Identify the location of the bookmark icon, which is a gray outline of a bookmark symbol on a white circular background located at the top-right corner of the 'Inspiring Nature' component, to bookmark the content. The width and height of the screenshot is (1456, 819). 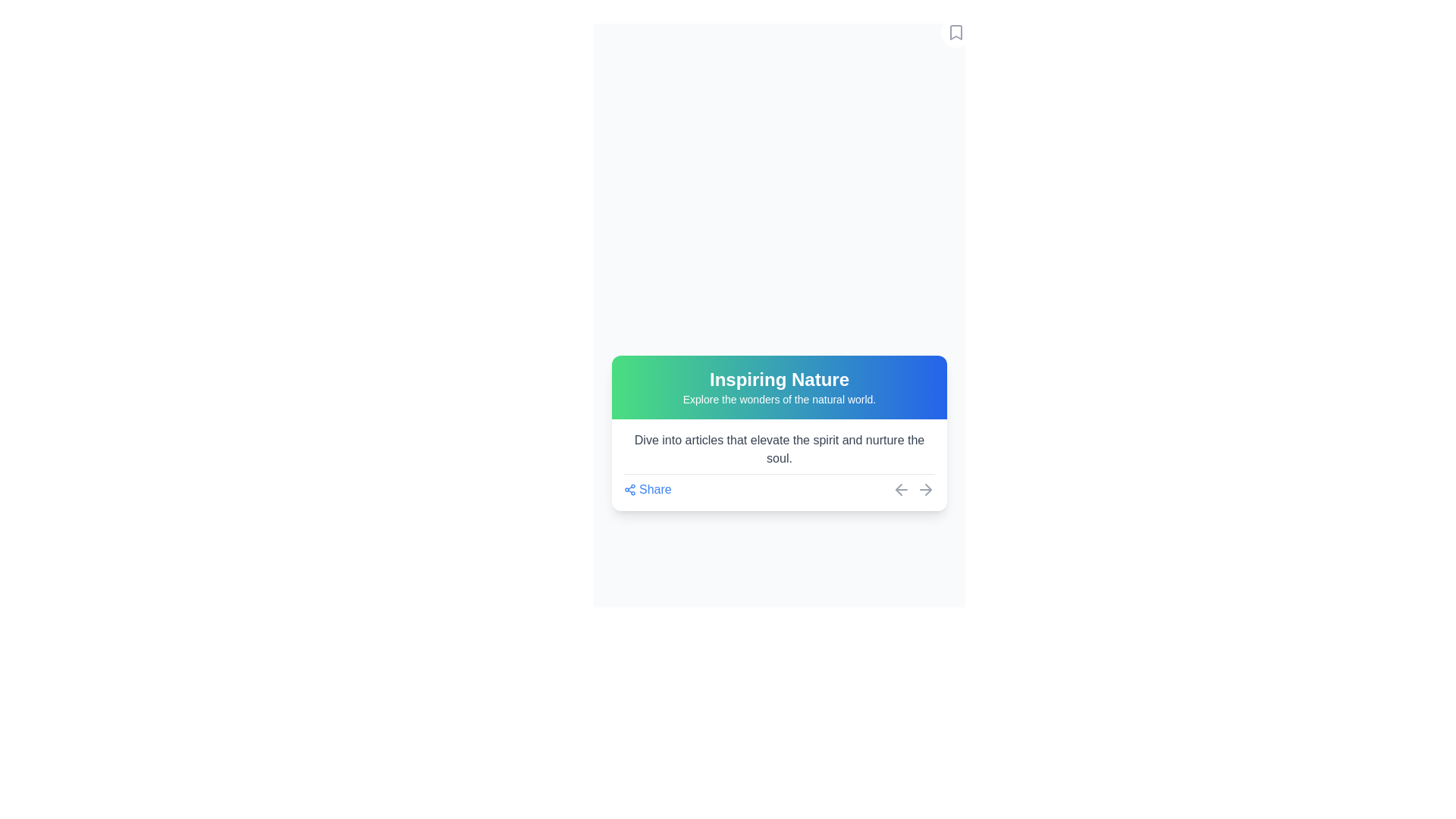
(955, 32).